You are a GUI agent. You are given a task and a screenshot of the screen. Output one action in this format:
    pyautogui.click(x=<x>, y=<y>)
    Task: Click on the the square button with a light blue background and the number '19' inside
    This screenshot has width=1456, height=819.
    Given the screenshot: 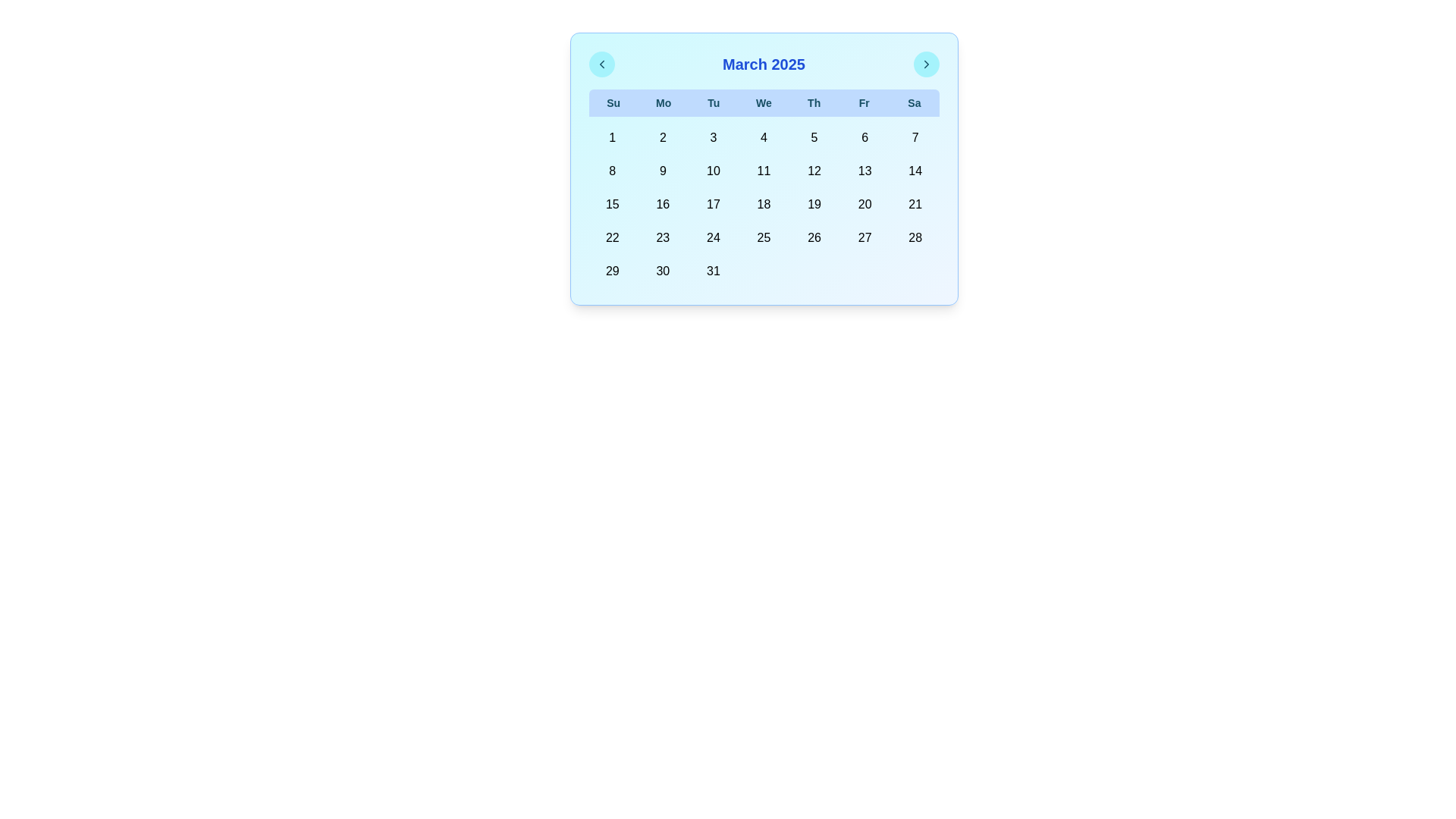 What is the action you would take?
    pyautogui.click(x=814, y=205)
    